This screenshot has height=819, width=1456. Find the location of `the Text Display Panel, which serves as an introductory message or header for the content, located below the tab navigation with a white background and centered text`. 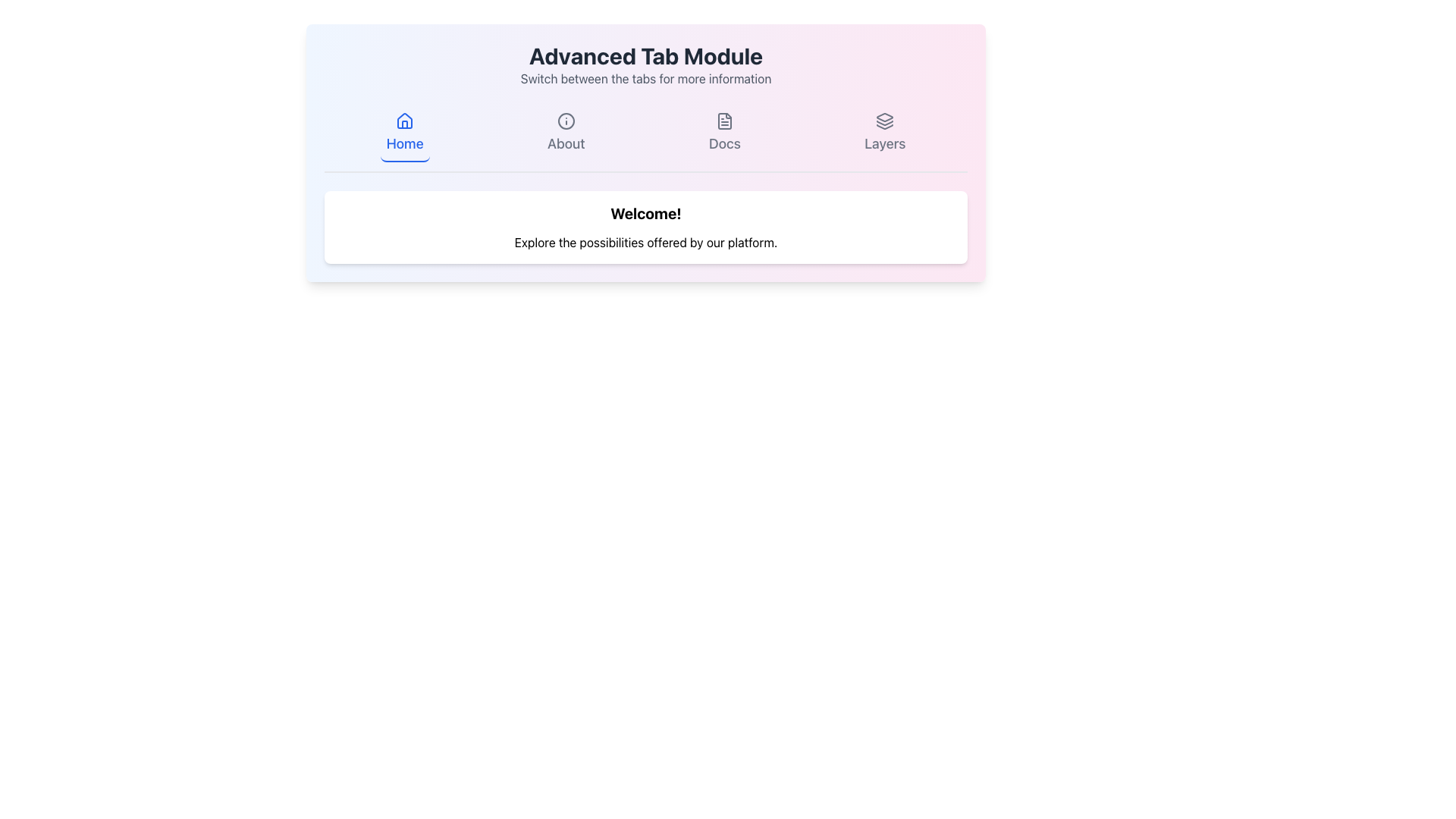

the Text Display Panel, which serves as an introductory message or header for the content, located below the tab navigation with a white background and centered text is located at coordinates (645, 227).